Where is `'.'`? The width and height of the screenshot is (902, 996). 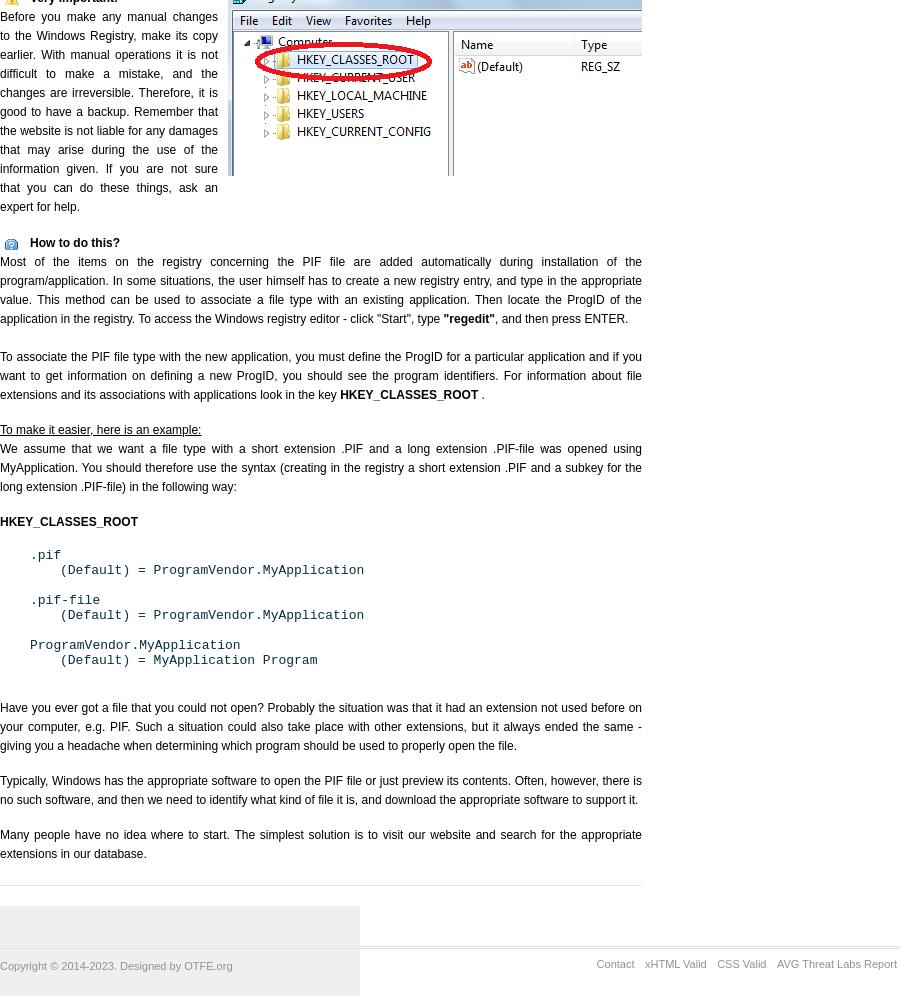
'.' is located at coordinates (481, 394).